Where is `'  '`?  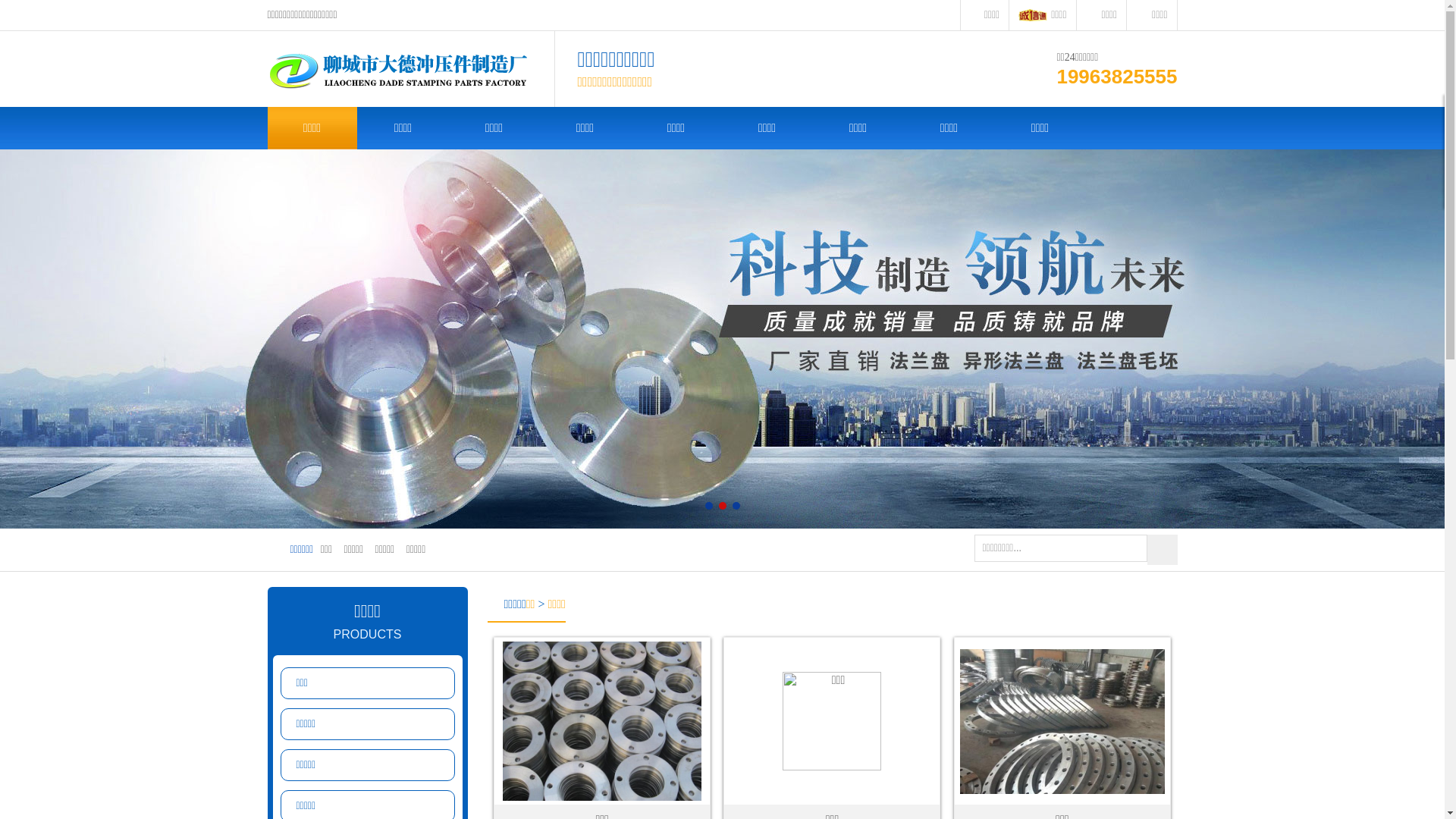 '  ' is located at coordinates (1160, 550).